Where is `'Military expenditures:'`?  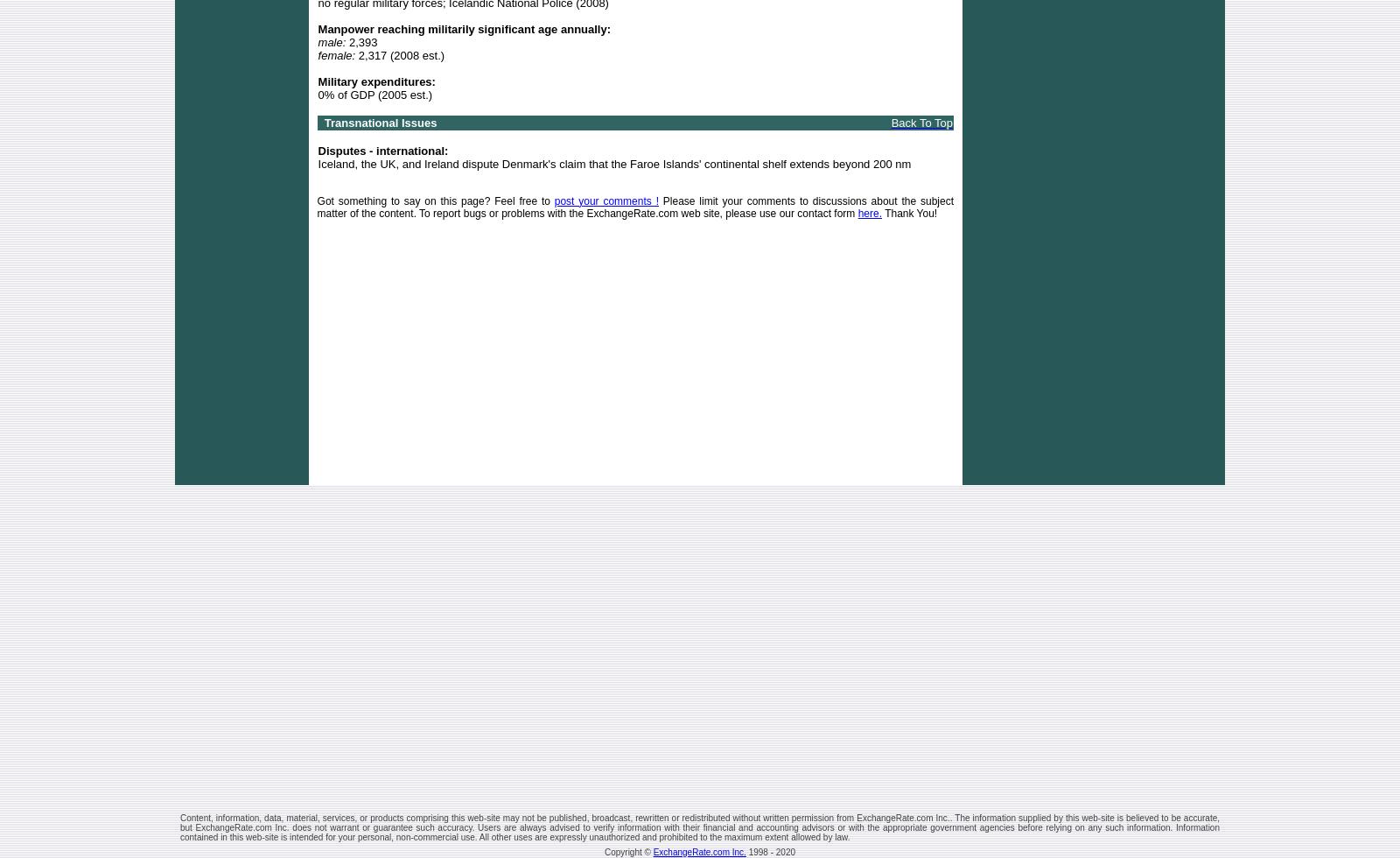
'Military expenditures:' is located at coordinates (374, 81).